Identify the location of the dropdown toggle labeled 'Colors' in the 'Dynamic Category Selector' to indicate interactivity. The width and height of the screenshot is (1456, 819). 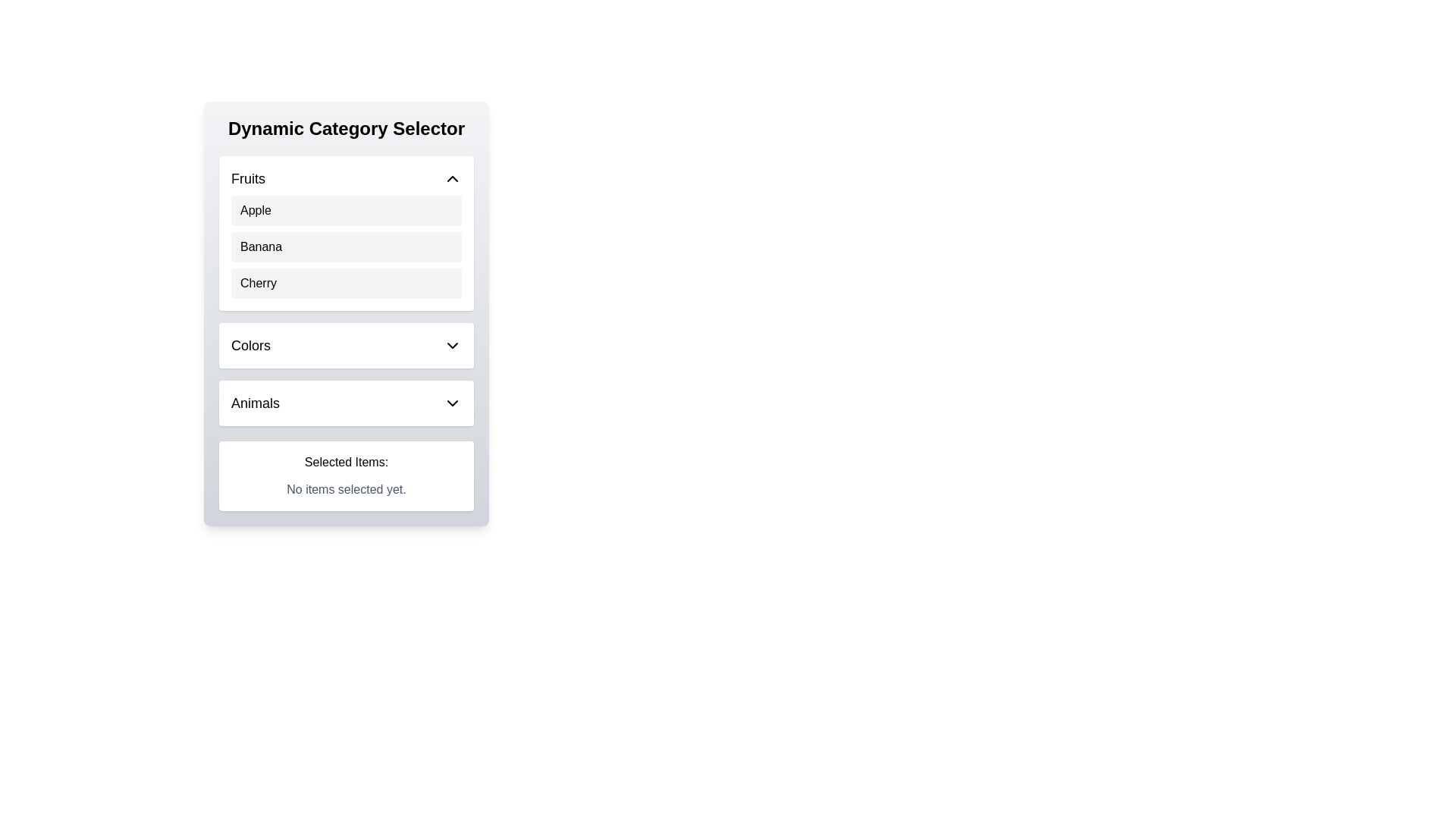
(345, 345).